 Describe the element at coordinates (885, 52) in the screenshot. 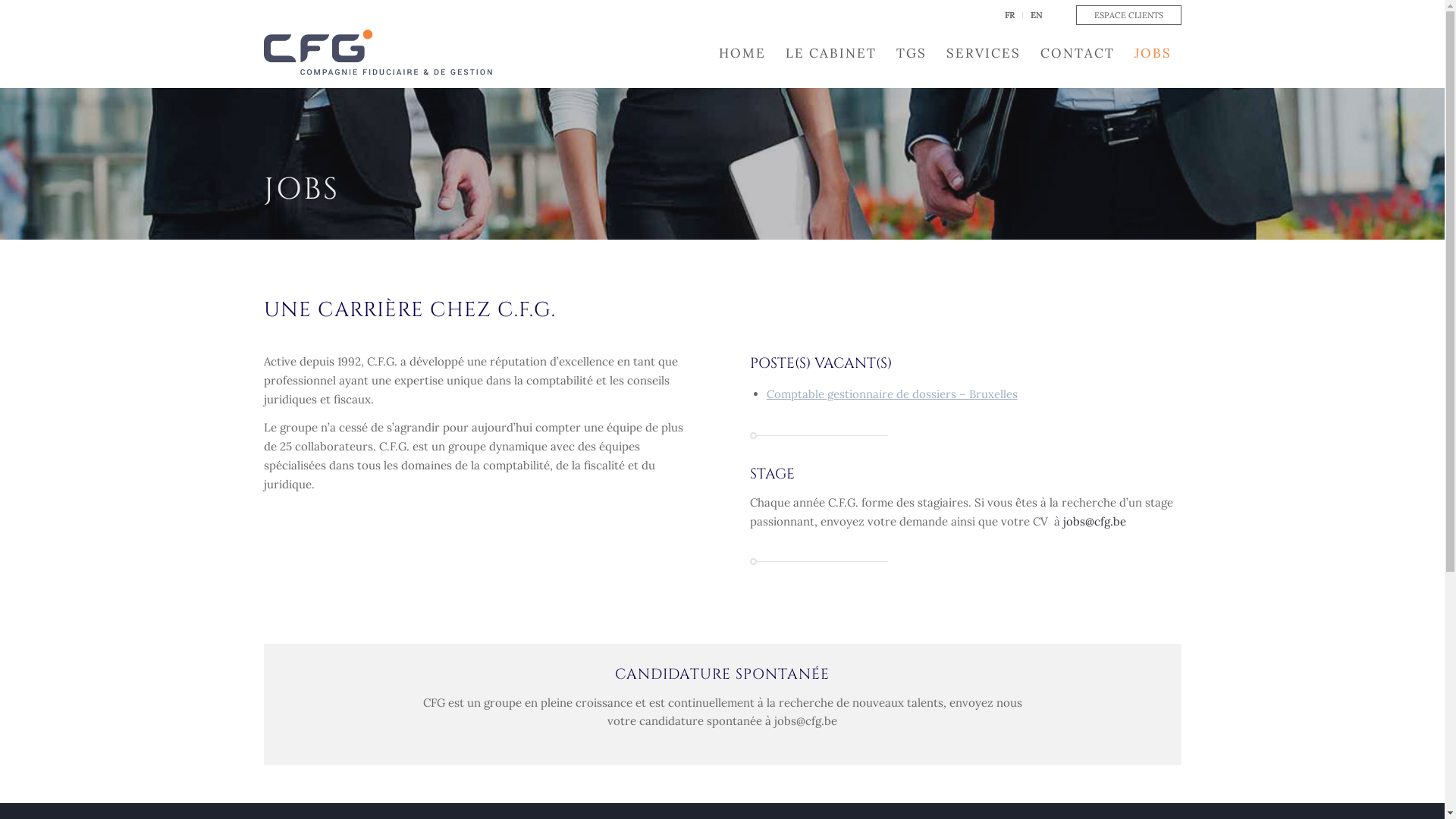

I see `'TGS'` at that location.